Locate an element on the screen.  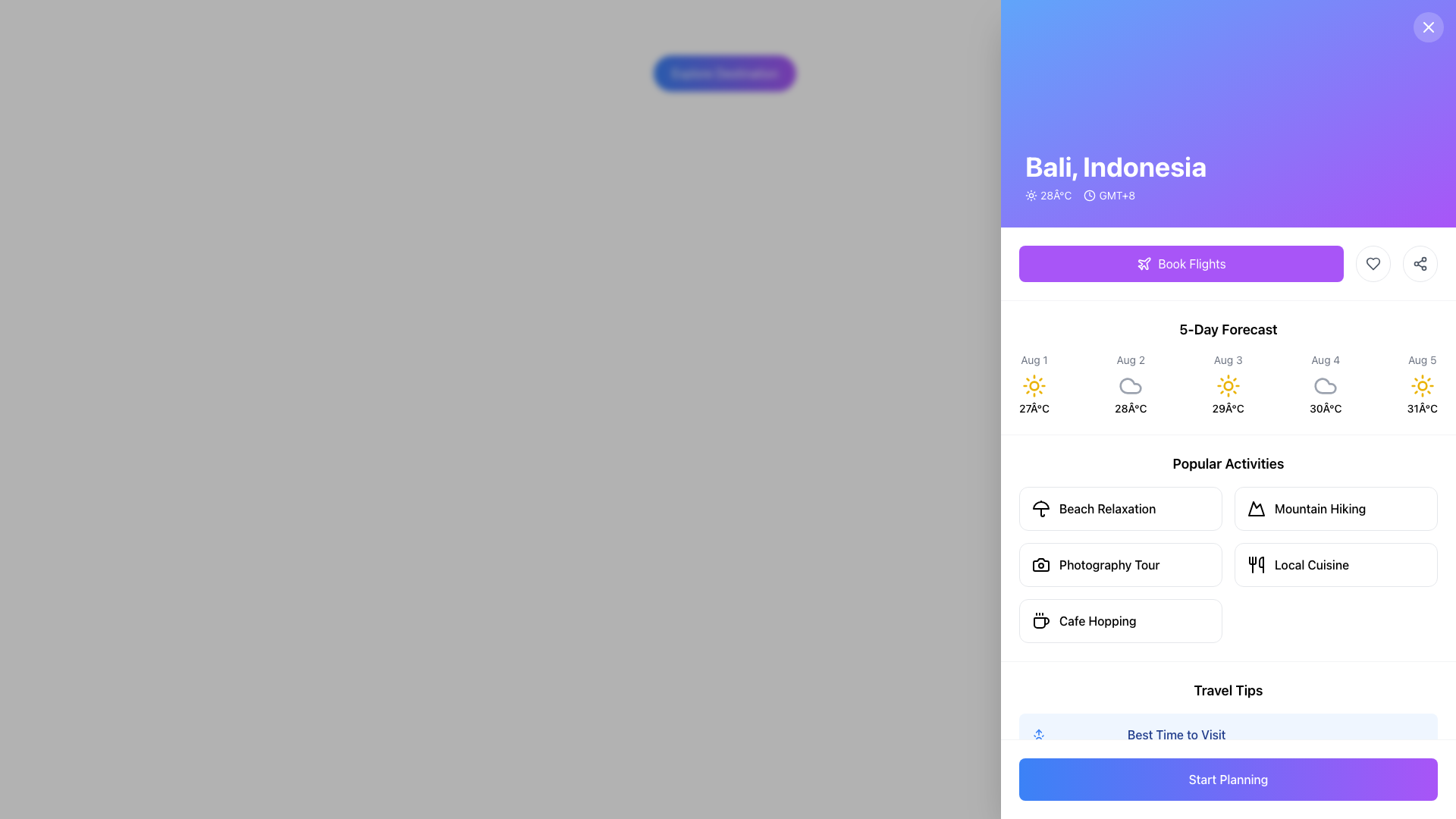
the date indicated by the text label in the '5-Day Forecast' section, which is the top-most text above the sun icon and temperature value is located at coordinates (1421, 359).